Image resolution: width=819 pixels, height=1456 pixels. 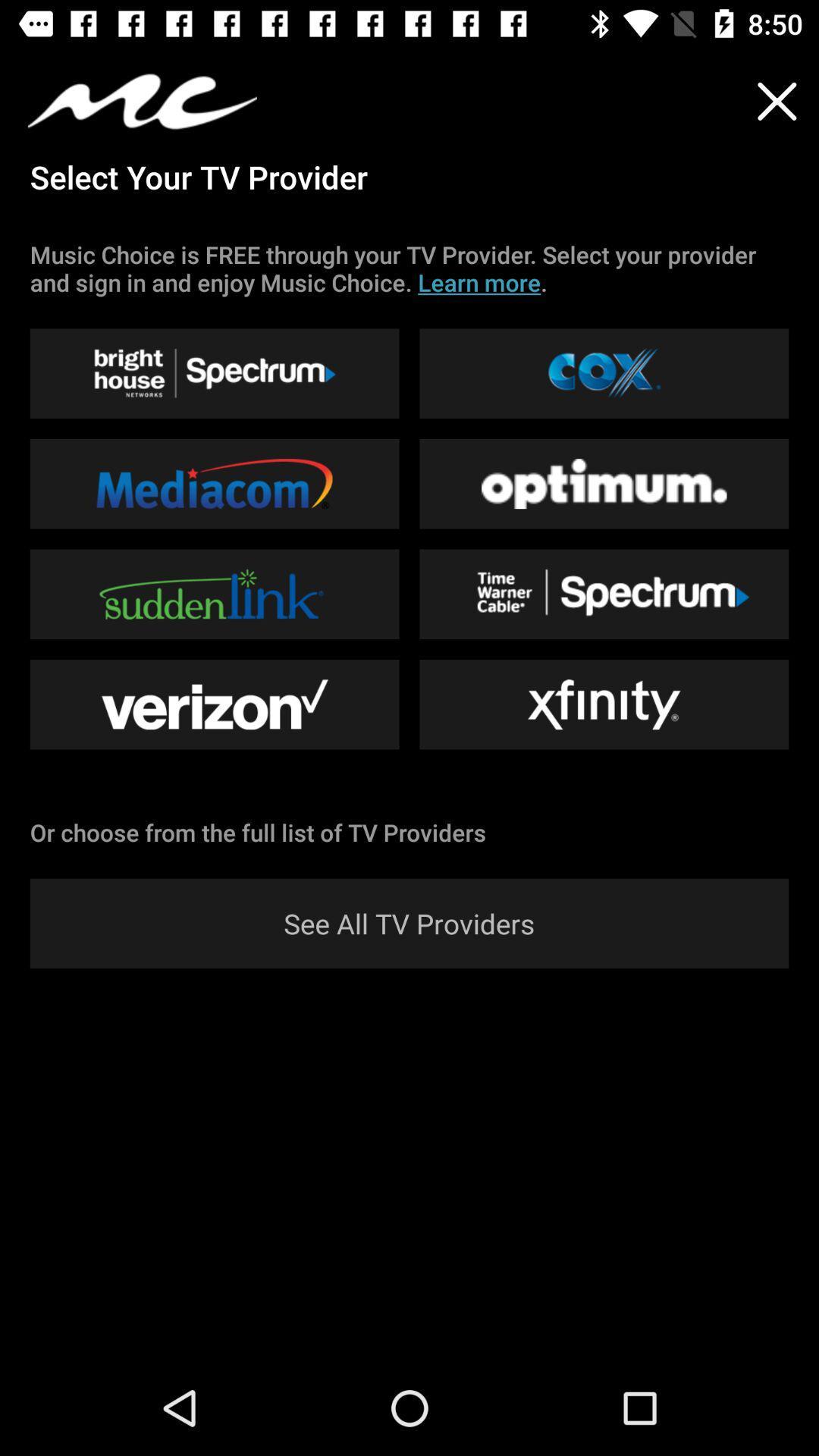 What do you see at coordinates (409, 268) in the screenshot?
I see `icon below the select your tv` at bounding box center [409, 268].